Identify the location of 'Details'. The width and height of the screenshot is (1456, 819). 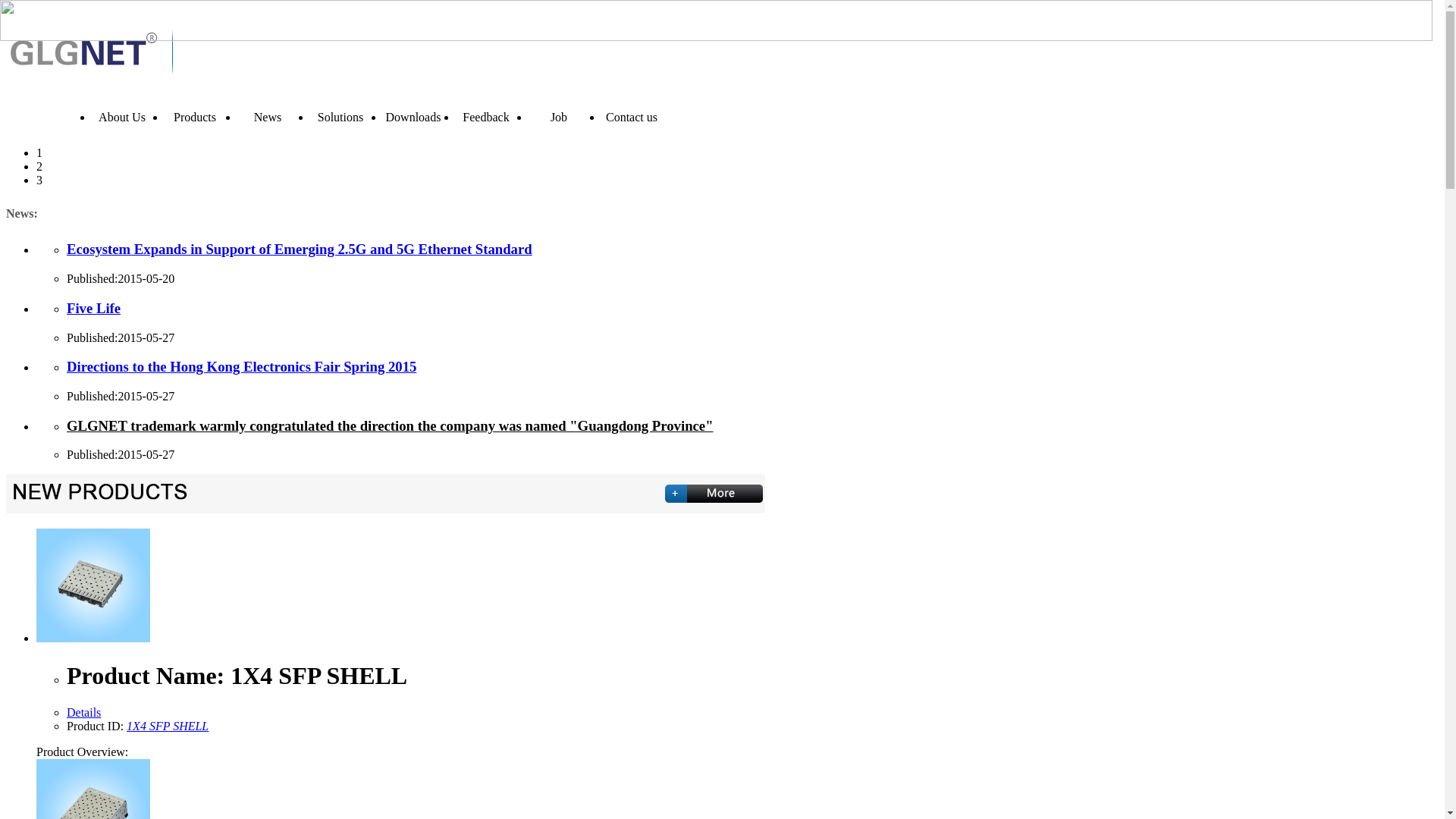
(83, 712).